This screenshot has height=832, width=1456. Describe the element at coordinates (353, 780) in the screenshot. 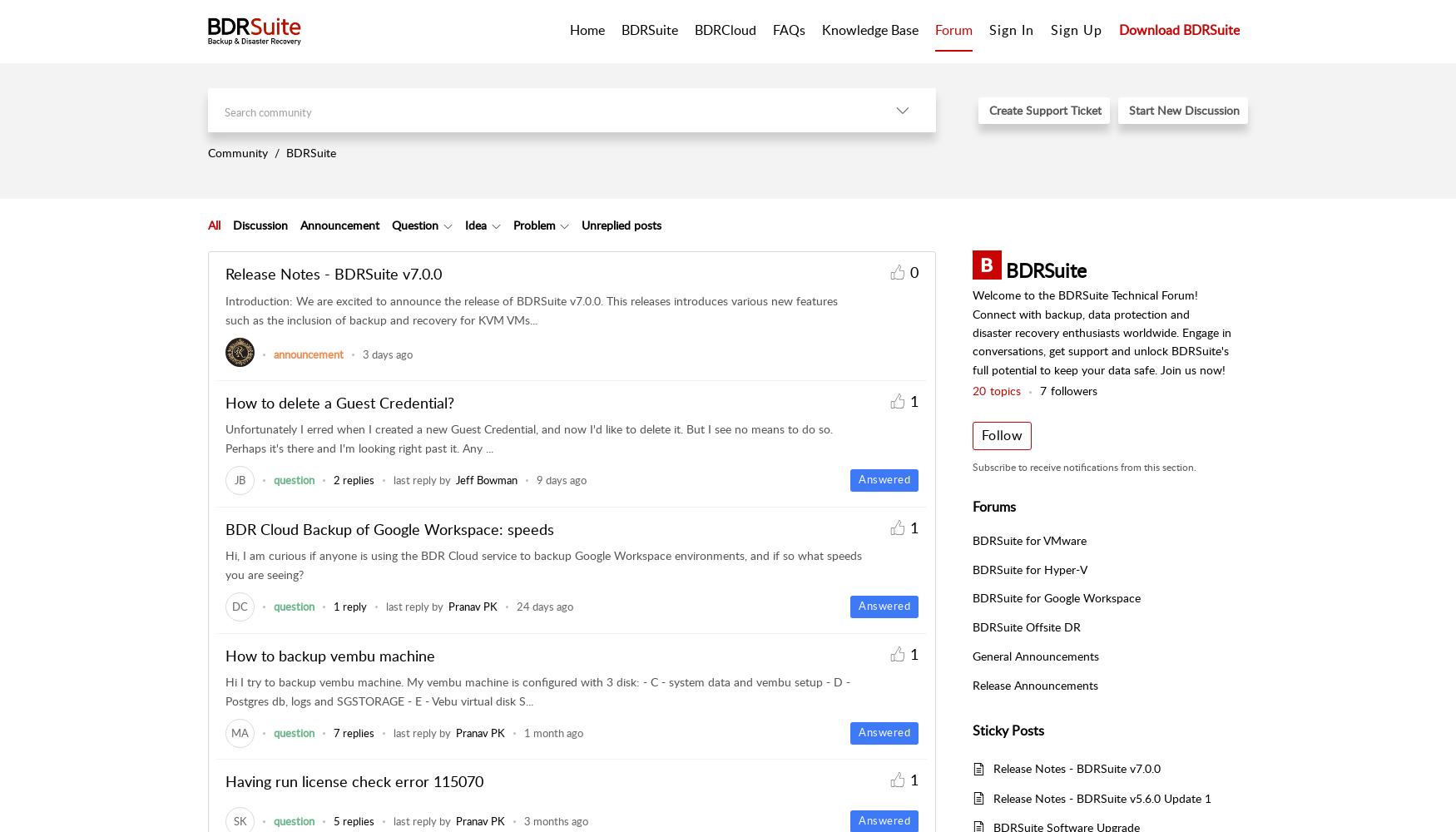

I see `'Having run license check error 115070'` at that location.